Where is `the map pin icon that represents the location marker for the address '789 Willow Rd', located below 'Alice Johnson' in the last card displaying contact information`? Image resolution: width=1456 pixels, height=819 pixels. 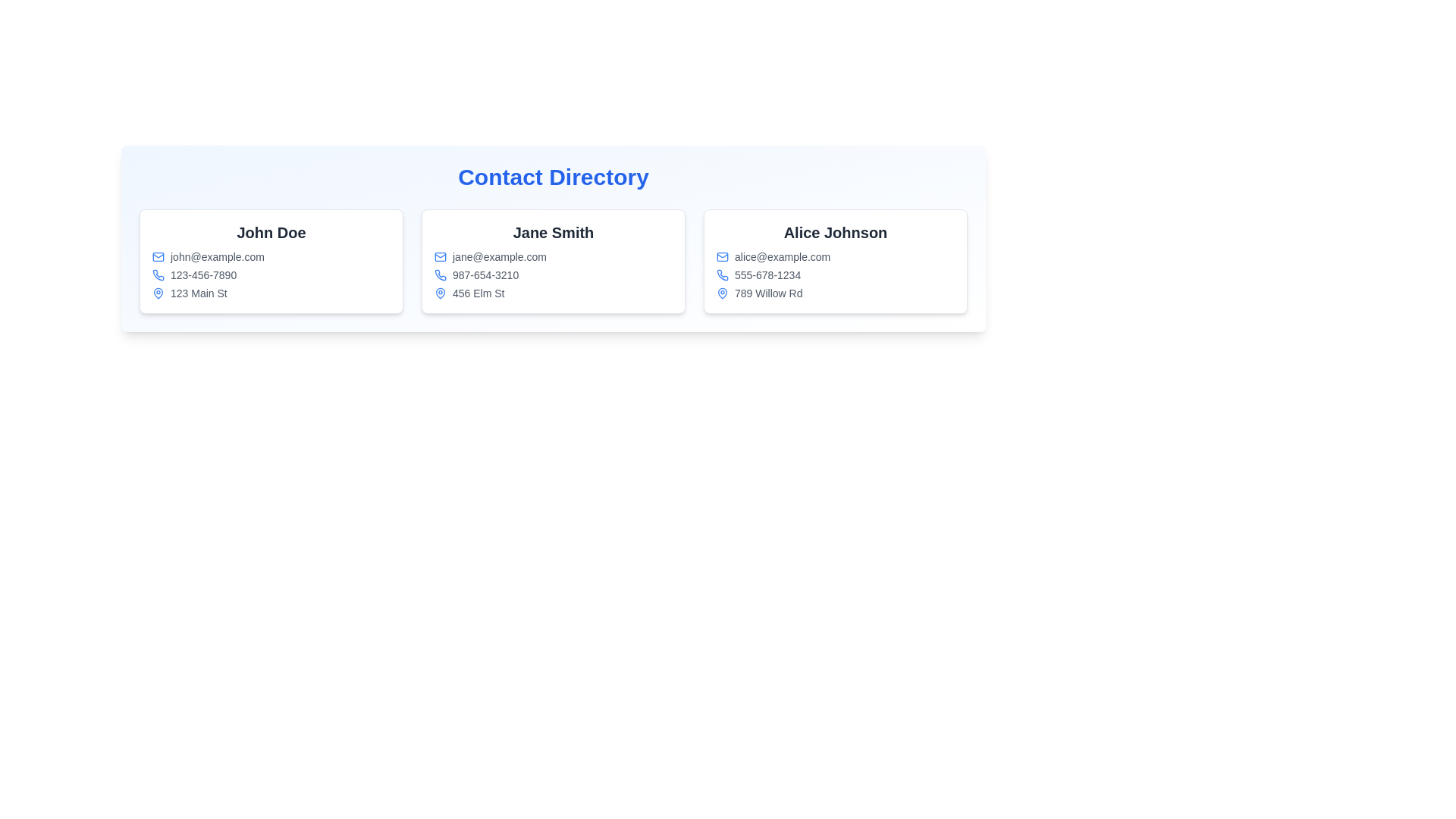 the map pin icon that represents the location marker for the address '789 Willow Rd', located below 'Alice Johnson' in the last card displaying contact information is located at coordinates (722, 293).